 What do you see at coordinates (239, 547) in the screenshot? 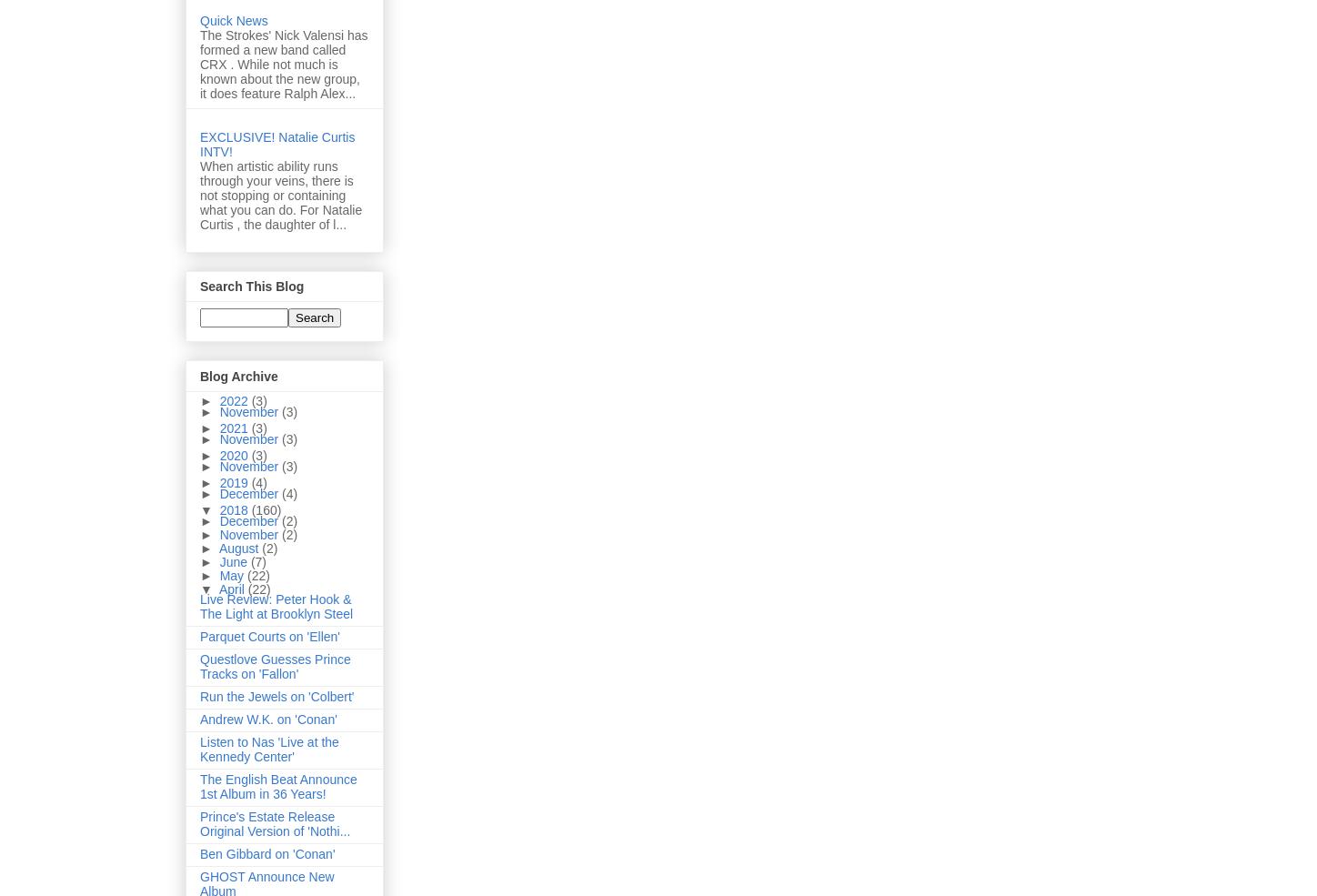
I see `'August'` at bounding box center [239, 547].